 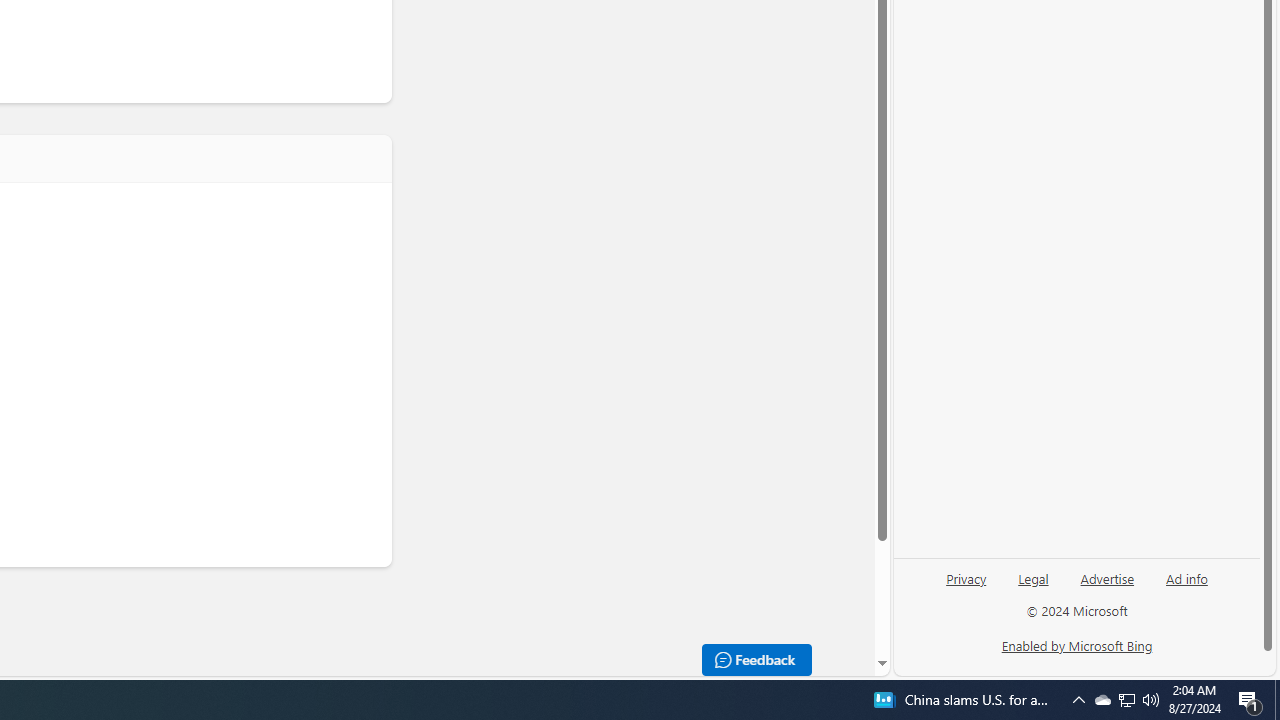 I want to click on 'Advertise', so click(x=1106, y=577).